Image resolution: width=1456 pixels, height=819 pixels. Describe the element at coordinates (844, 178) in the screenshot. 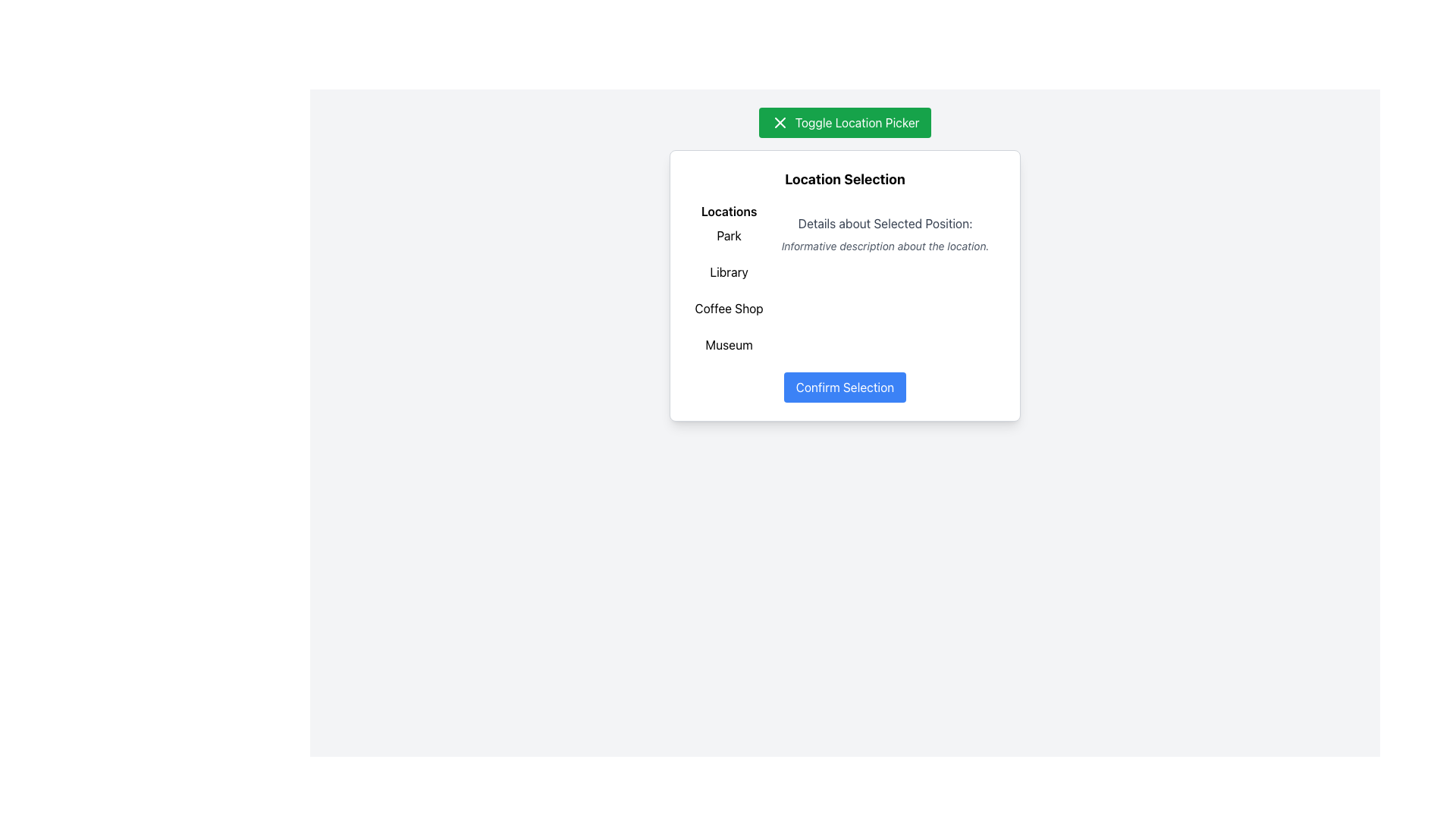

I see `the Text Display element, which serves as the header for the section and is positioned above 'Locations' and 'Details about Selected Position'` at that location.